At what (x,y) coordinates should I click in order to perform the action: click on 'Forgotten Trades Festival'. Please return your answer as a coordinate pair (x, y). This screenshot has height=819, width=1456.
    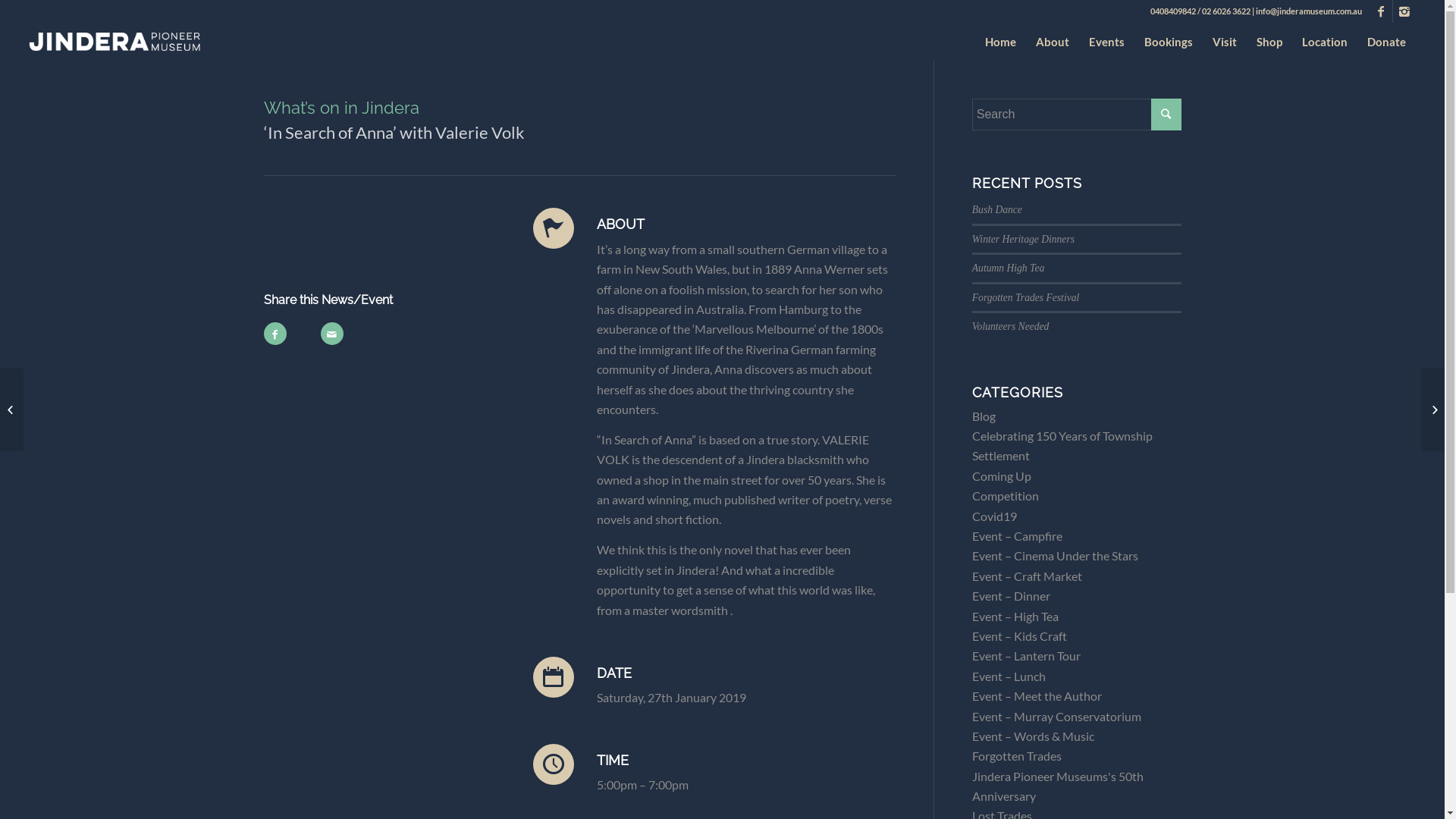
    Looking at the image, I should click on (1025, 297).